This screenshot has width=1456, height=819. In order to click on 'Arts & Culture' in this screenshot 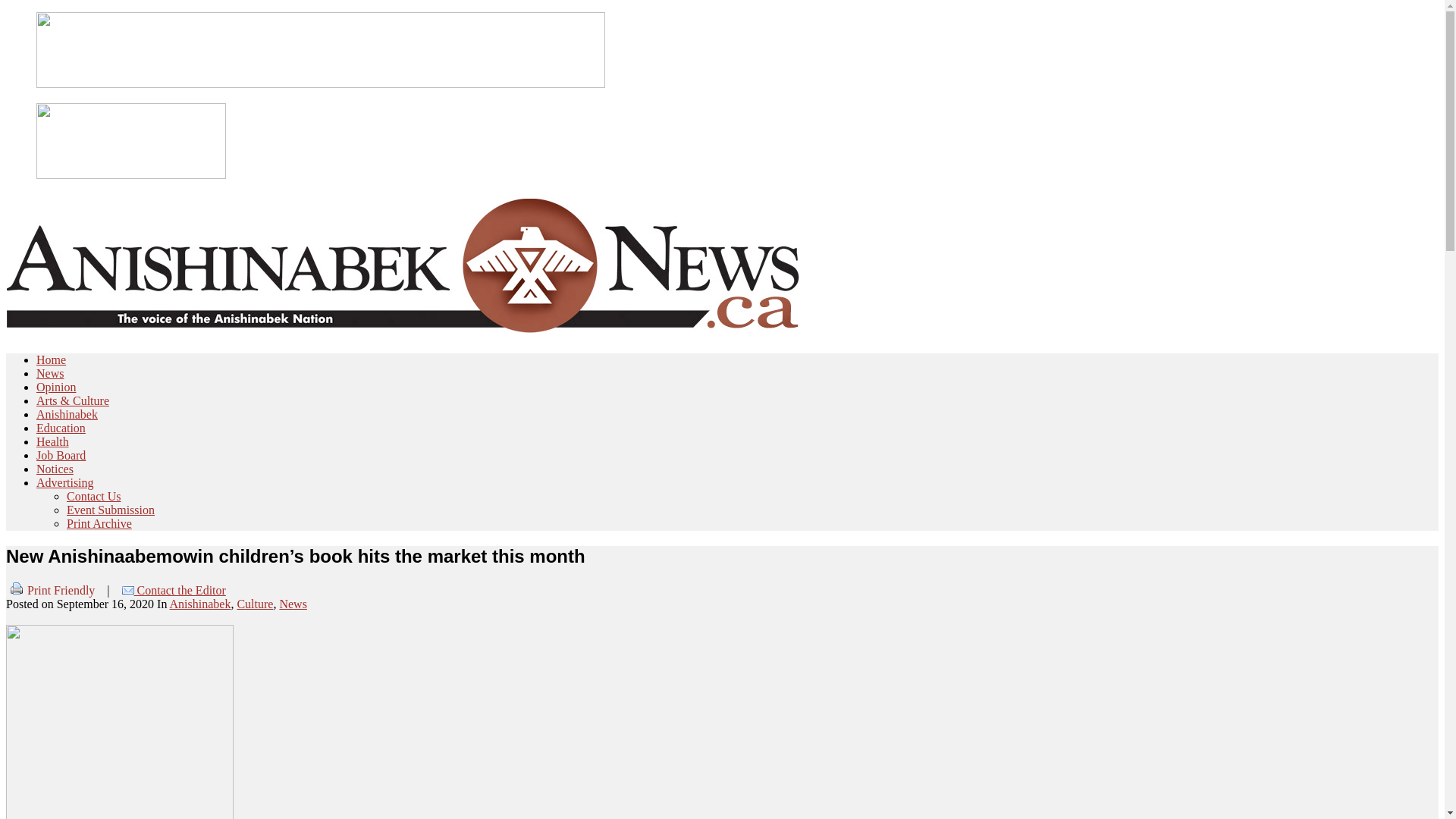, I will do `click(72, 400)`.